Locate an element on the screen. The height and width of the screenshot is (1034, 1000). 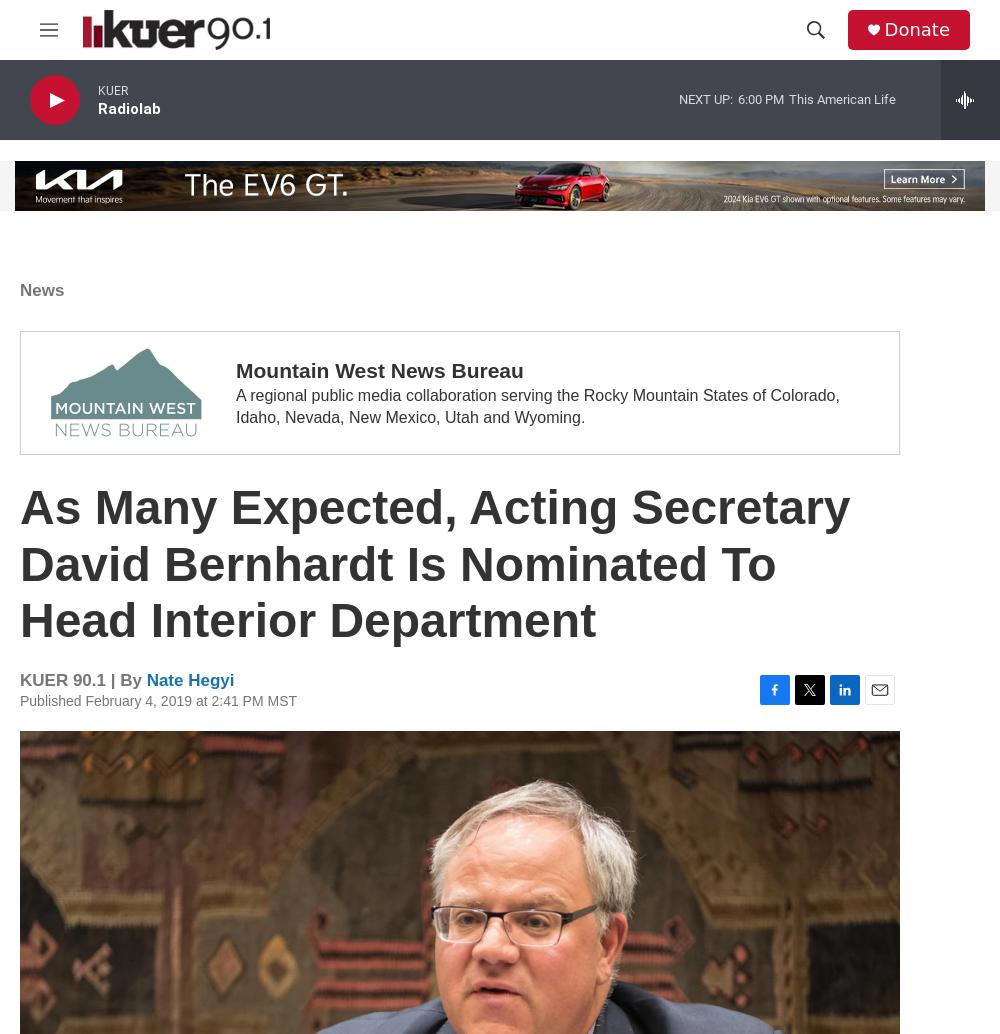
'Next Up:' is located at coordinates (705, 98).